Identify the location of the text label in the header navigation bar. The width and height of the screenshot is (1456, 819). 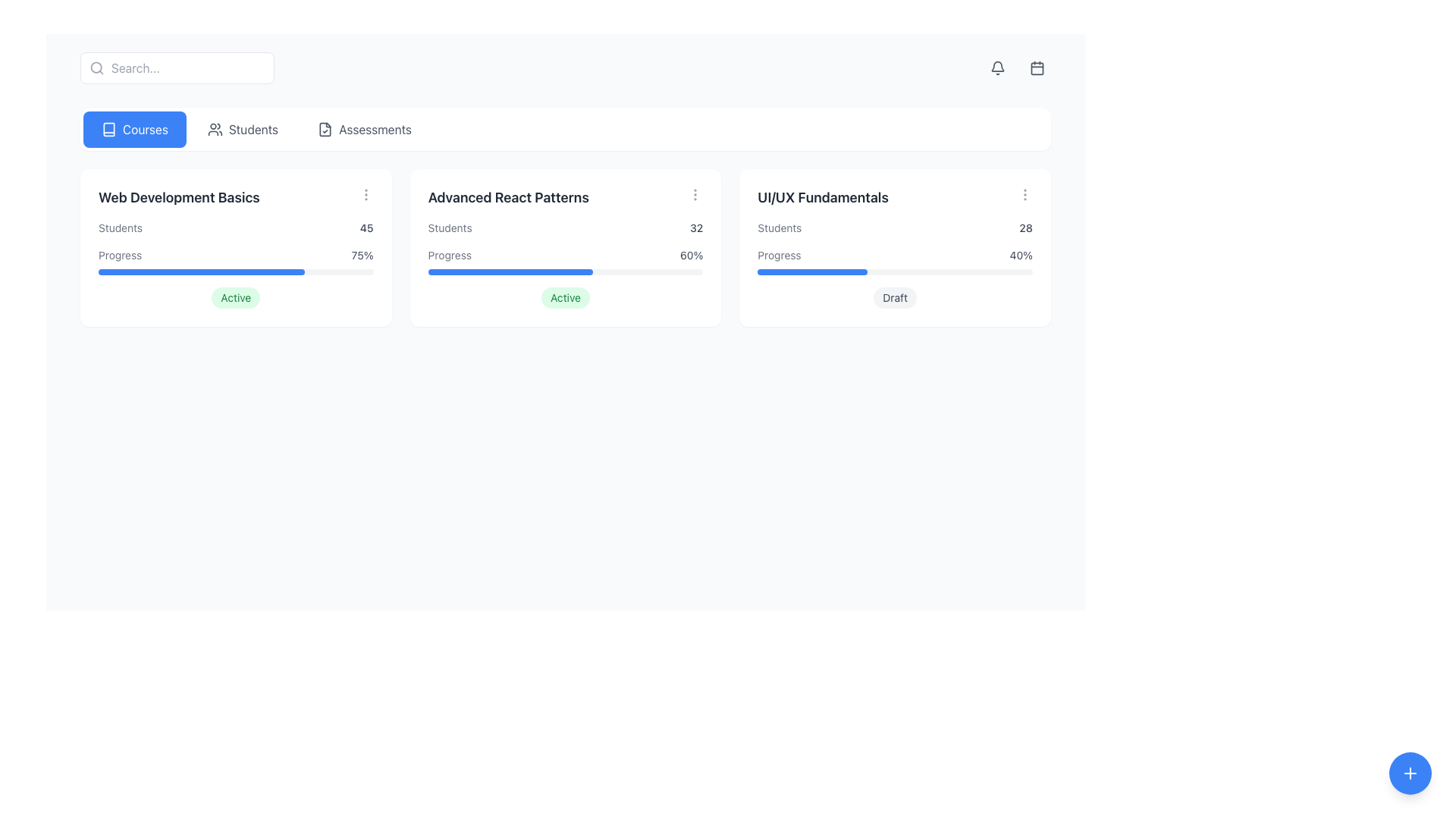
(253, 128).